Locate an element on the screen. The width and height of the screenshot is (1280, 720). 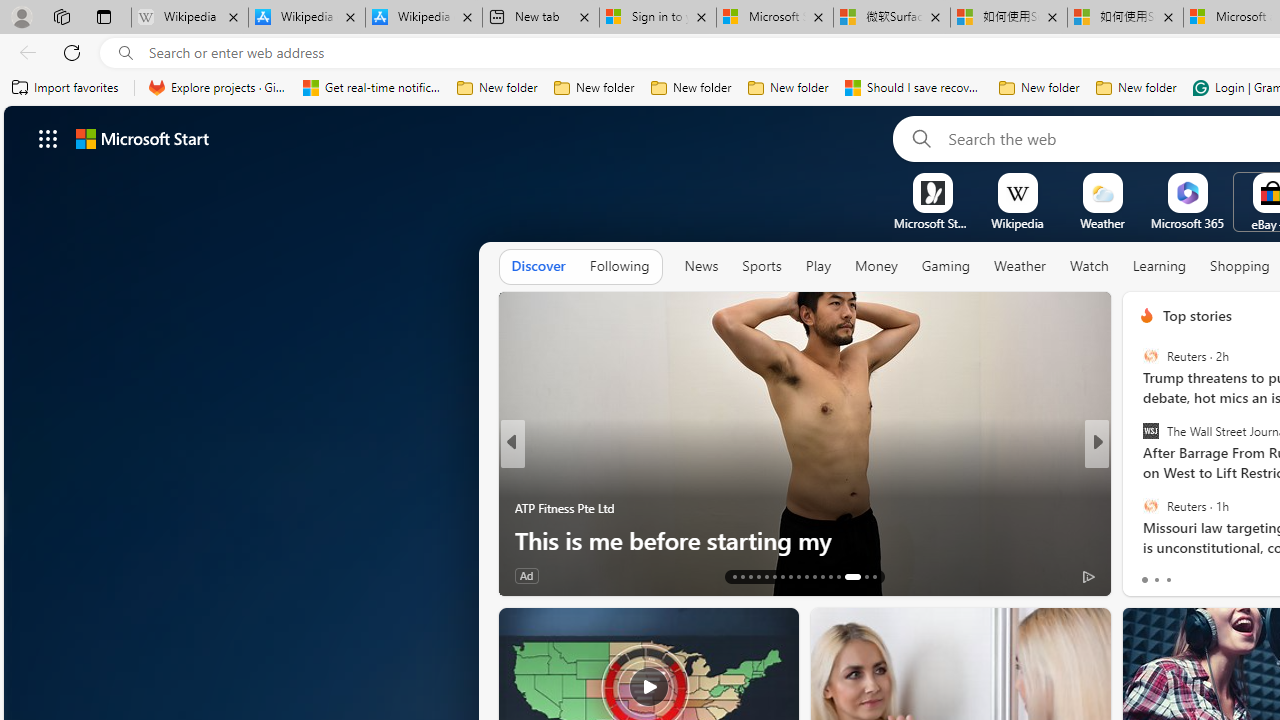
'AutomationID: tab-15' is located at coordinates (749, 577).